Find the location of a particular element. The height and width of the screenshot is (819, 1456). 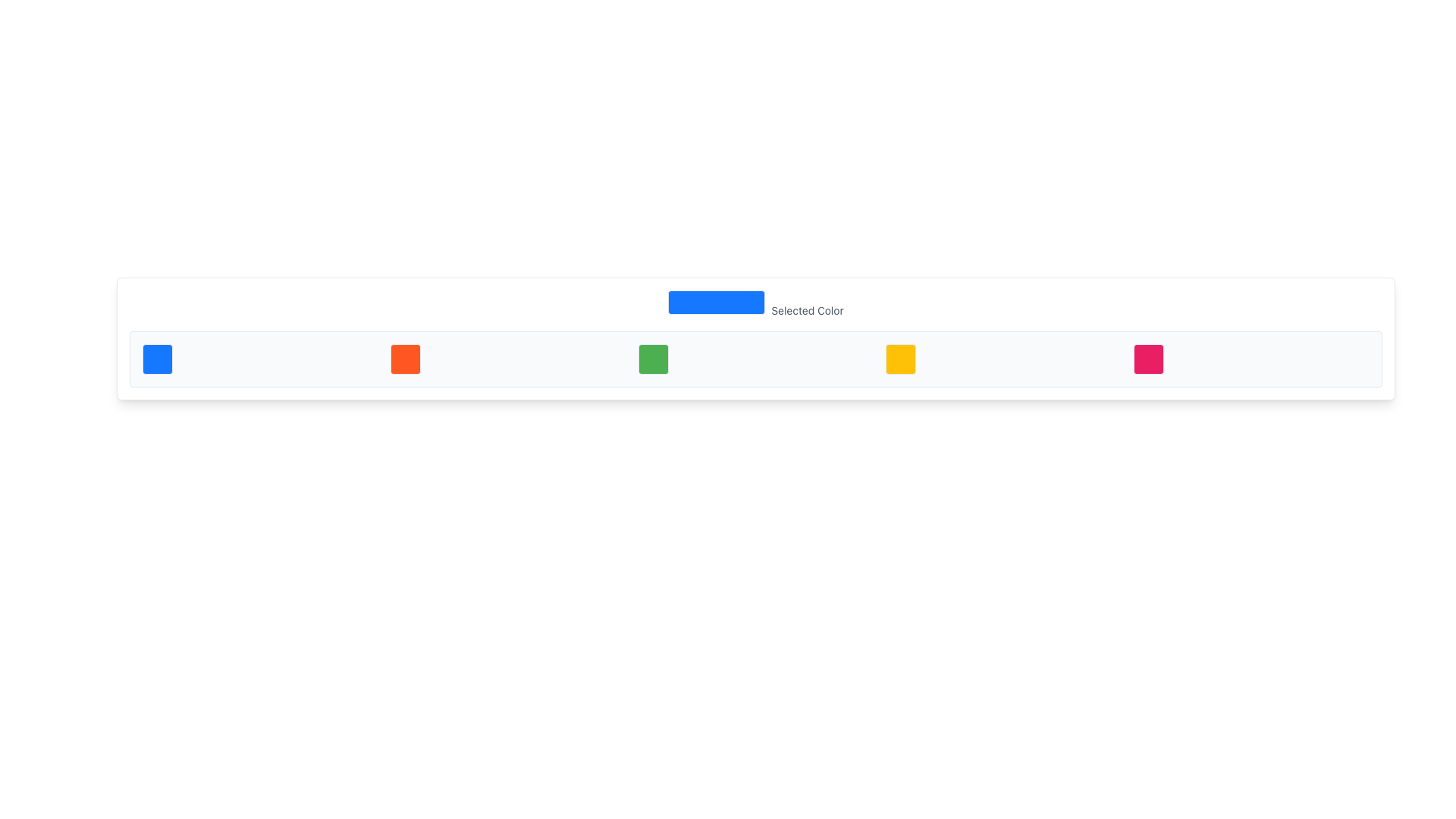

the square button with a blue background and rounded corners, which is the first item in a row of five horizontally arranged square elements is located at coordinates (157, 359).